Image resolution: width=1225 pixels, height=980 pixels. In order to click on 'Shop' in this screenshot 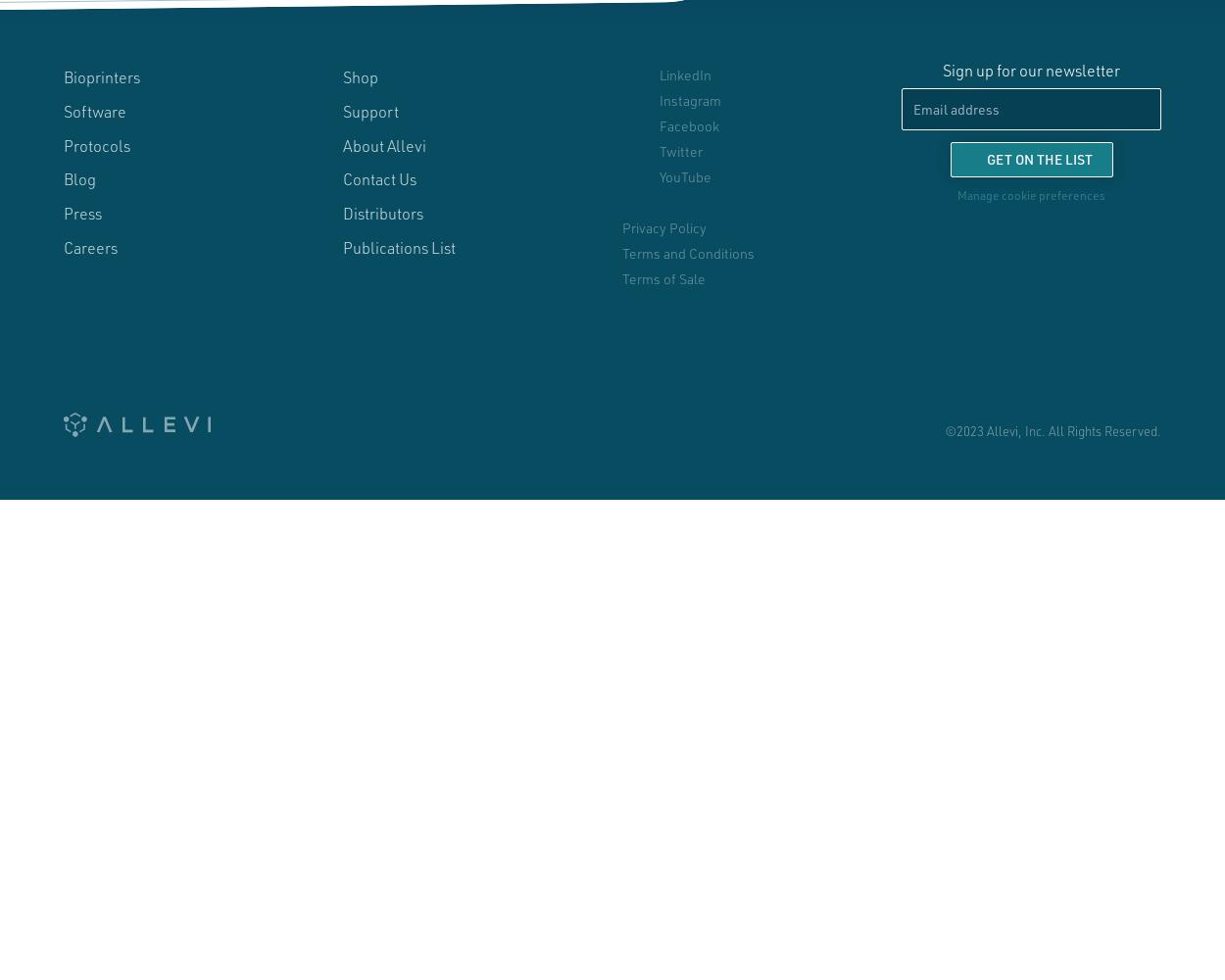, I will do `click(360, 75)`.